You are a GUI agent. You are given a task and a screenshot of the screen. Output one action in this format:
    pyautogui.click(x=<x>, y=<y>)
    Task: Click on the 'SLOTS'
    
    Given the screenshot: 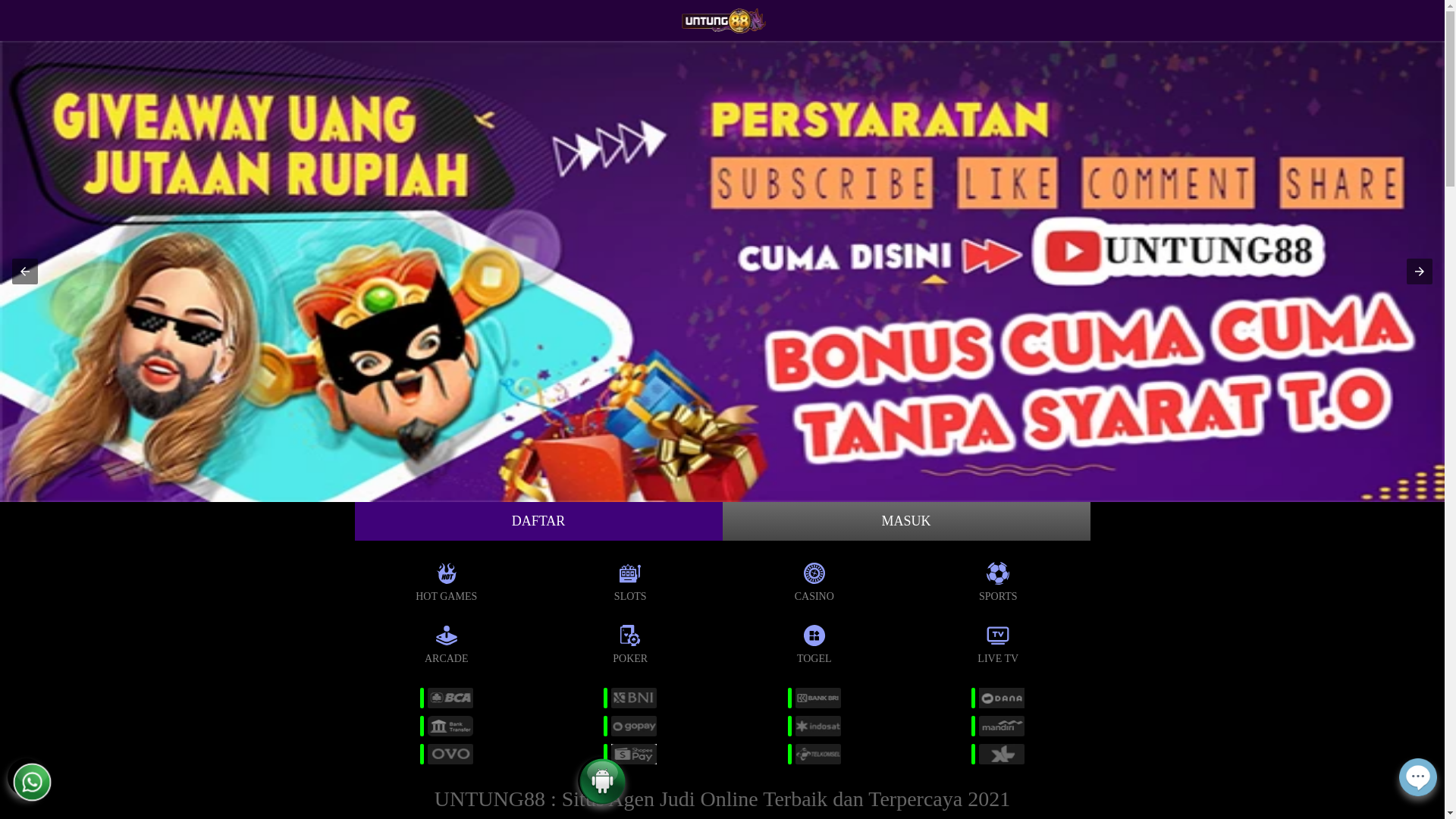 What is the action you would take?
    pyautogui.click(x=630, y=579)
    